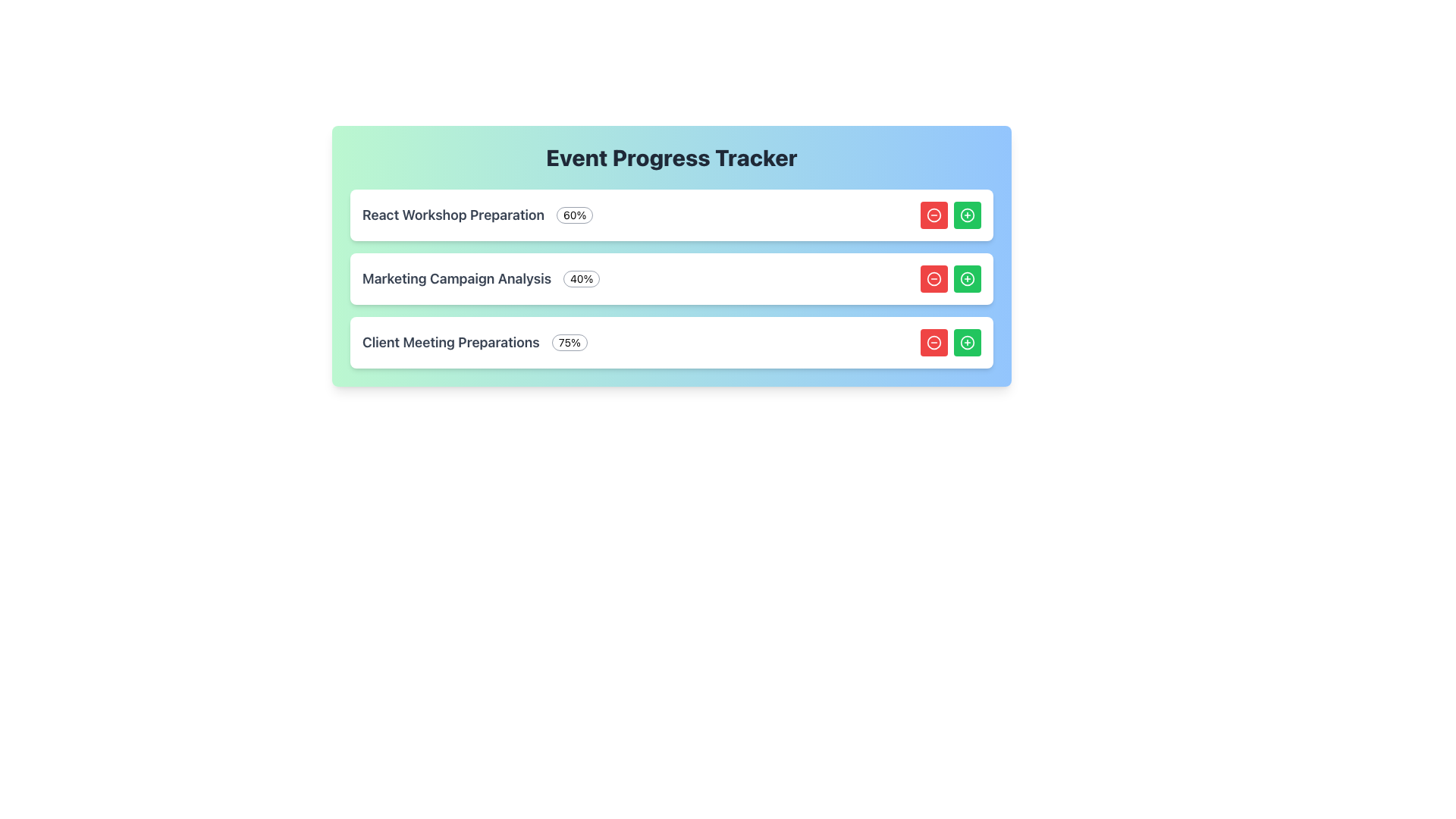  I want to click on the green circular shape within the 'circle-plus' icon, located at the right end of the progress tracker next to 'React Workshop Preparation', so click(967, 215).